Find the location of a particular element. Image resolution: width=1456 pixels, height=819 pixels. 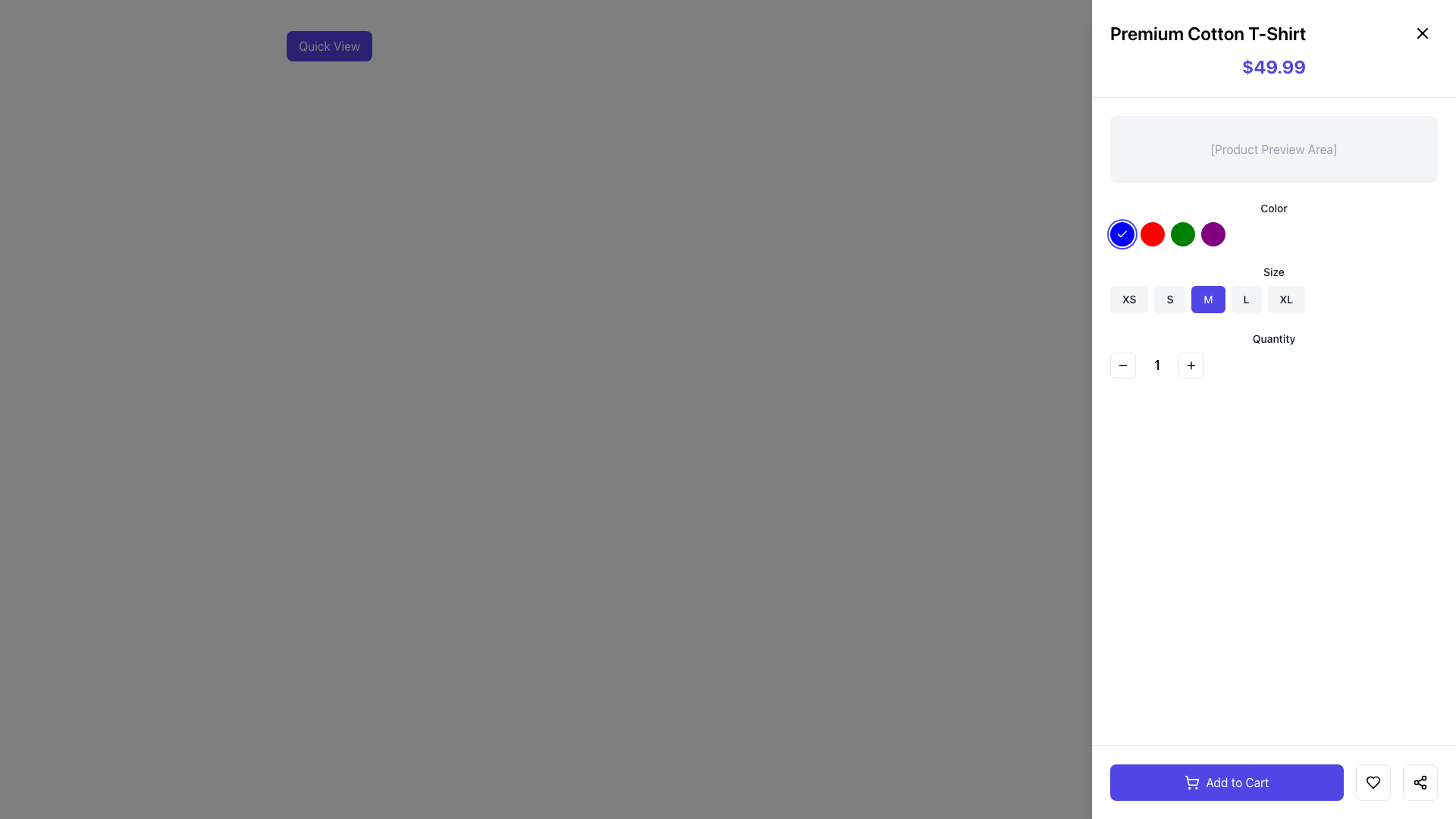

the 'L' (Large) size button located in the middle section under the 'Size' header is located at coordinates (1246, 299).